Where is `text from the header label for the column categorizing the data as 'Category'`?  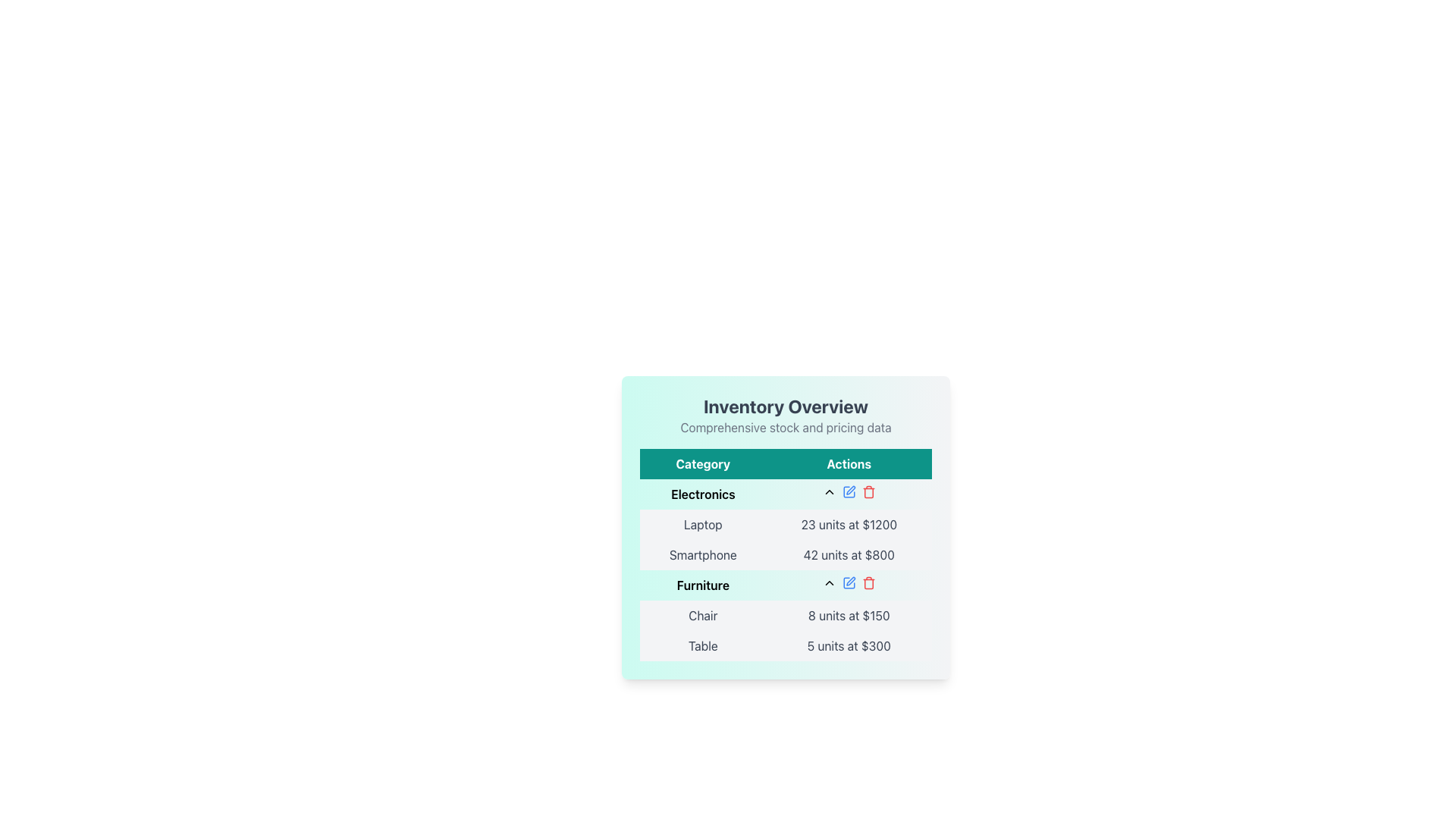 text from the header label for the column categorizing the data as 'Category' is located at coordinates (702, 463).